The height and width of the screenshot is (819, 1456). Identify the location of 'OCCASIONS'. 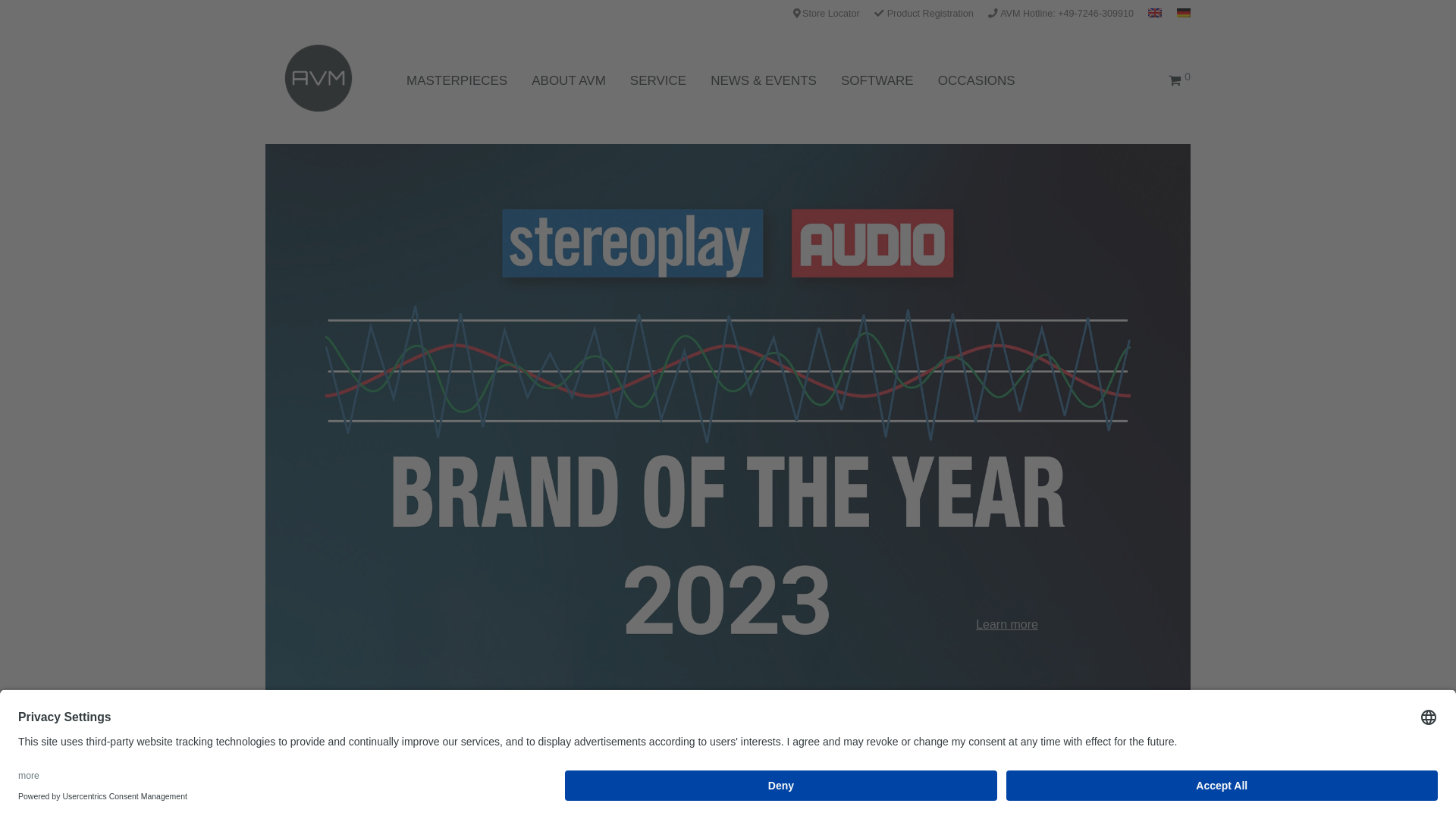
(924, 80).